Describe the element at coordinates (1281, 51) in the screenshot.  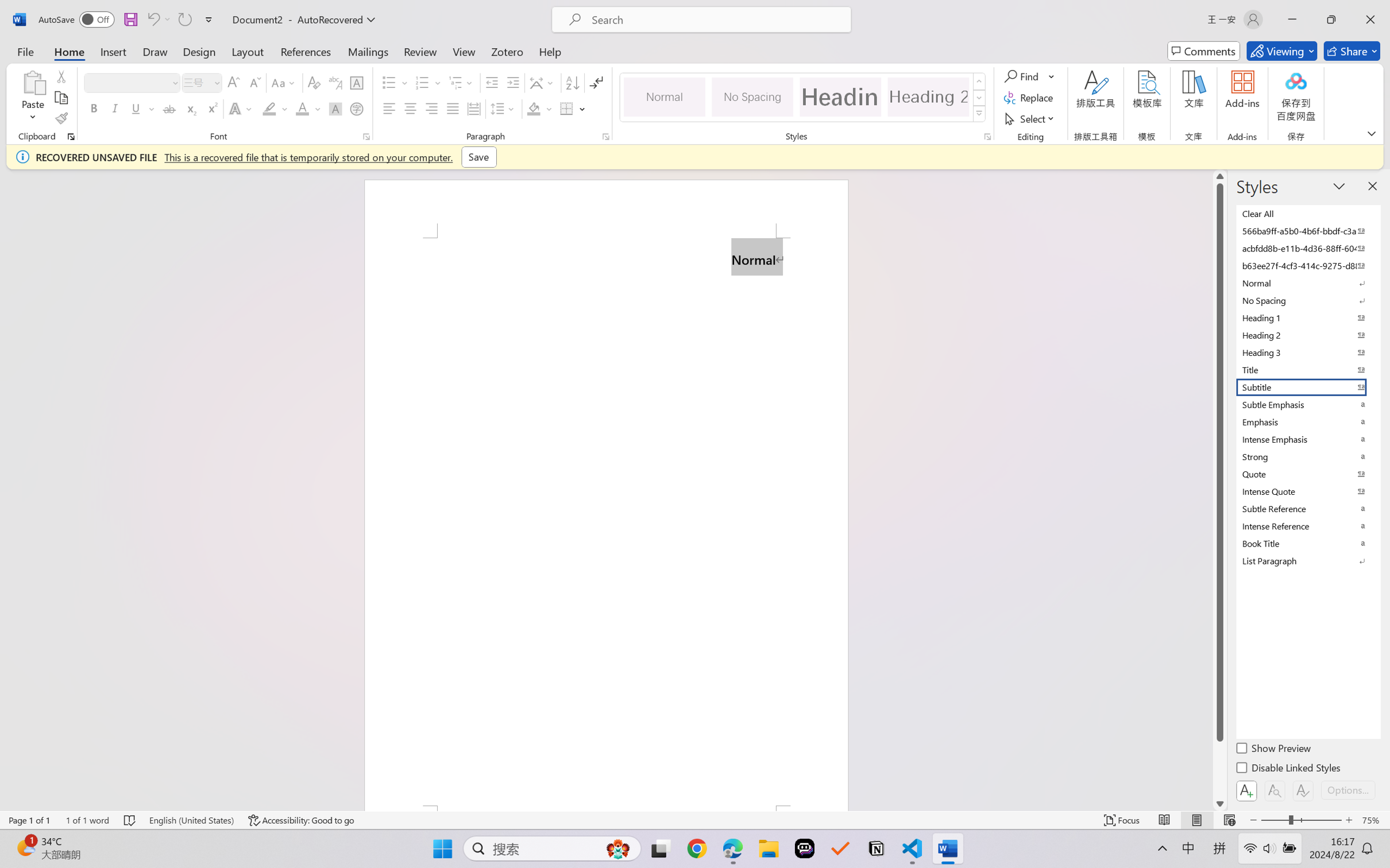
I see `'Mode'` at that location.